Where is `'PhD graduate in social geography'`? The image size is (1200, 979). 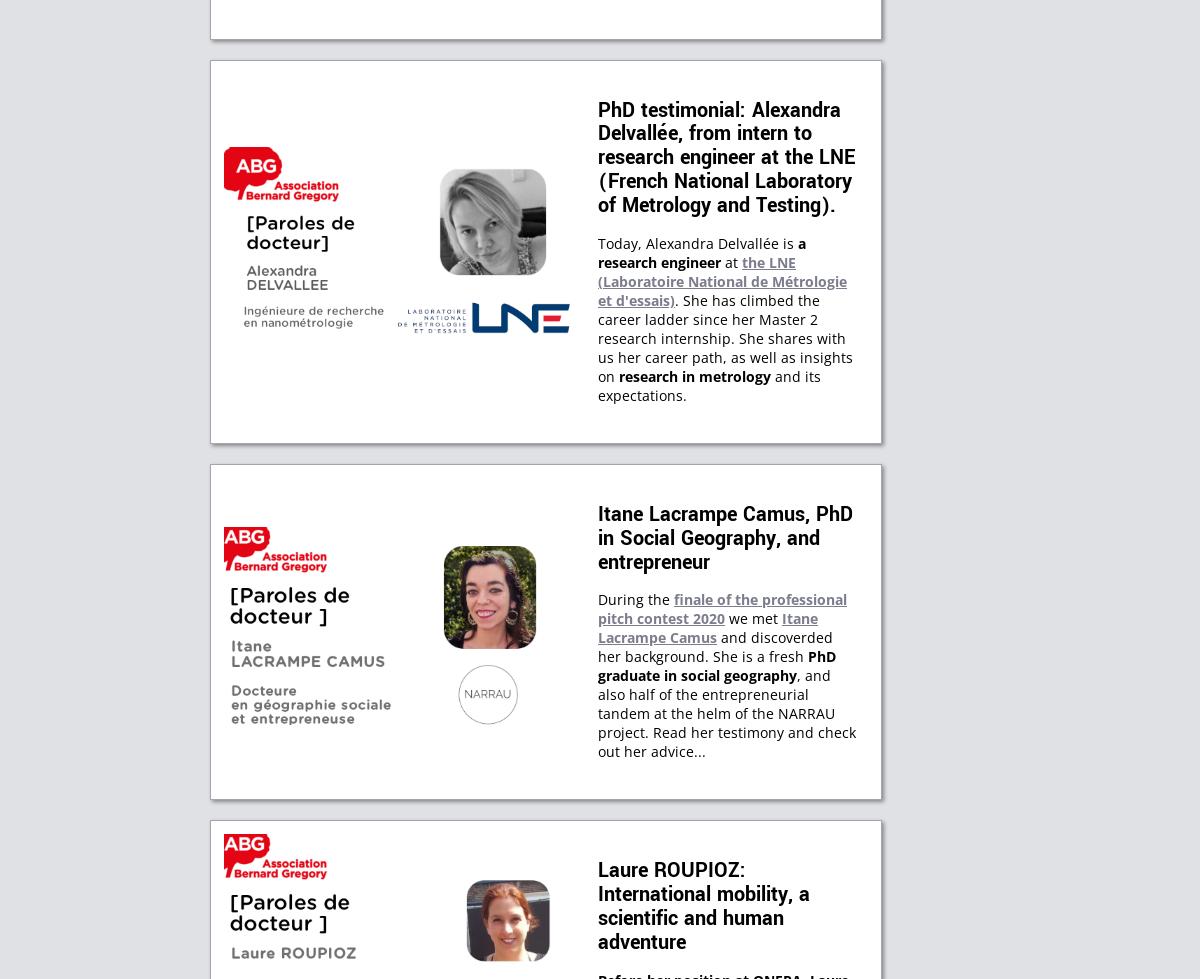 'PhD graduate in social geography' is located at coordinates (717, 665).